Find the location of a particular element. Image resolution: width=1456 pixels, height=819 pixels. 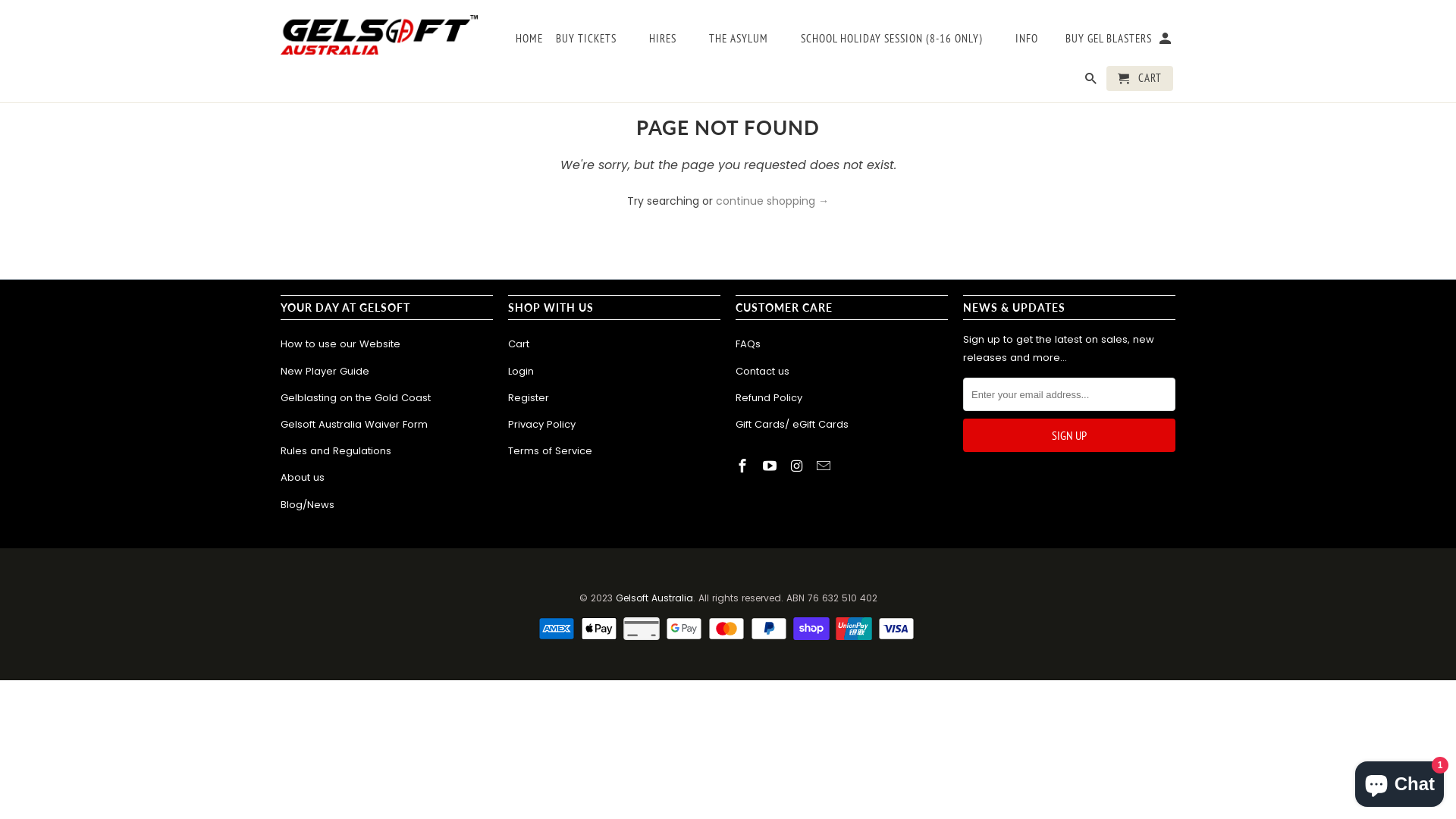

'FAQs' is located at coordinates (748, 344).